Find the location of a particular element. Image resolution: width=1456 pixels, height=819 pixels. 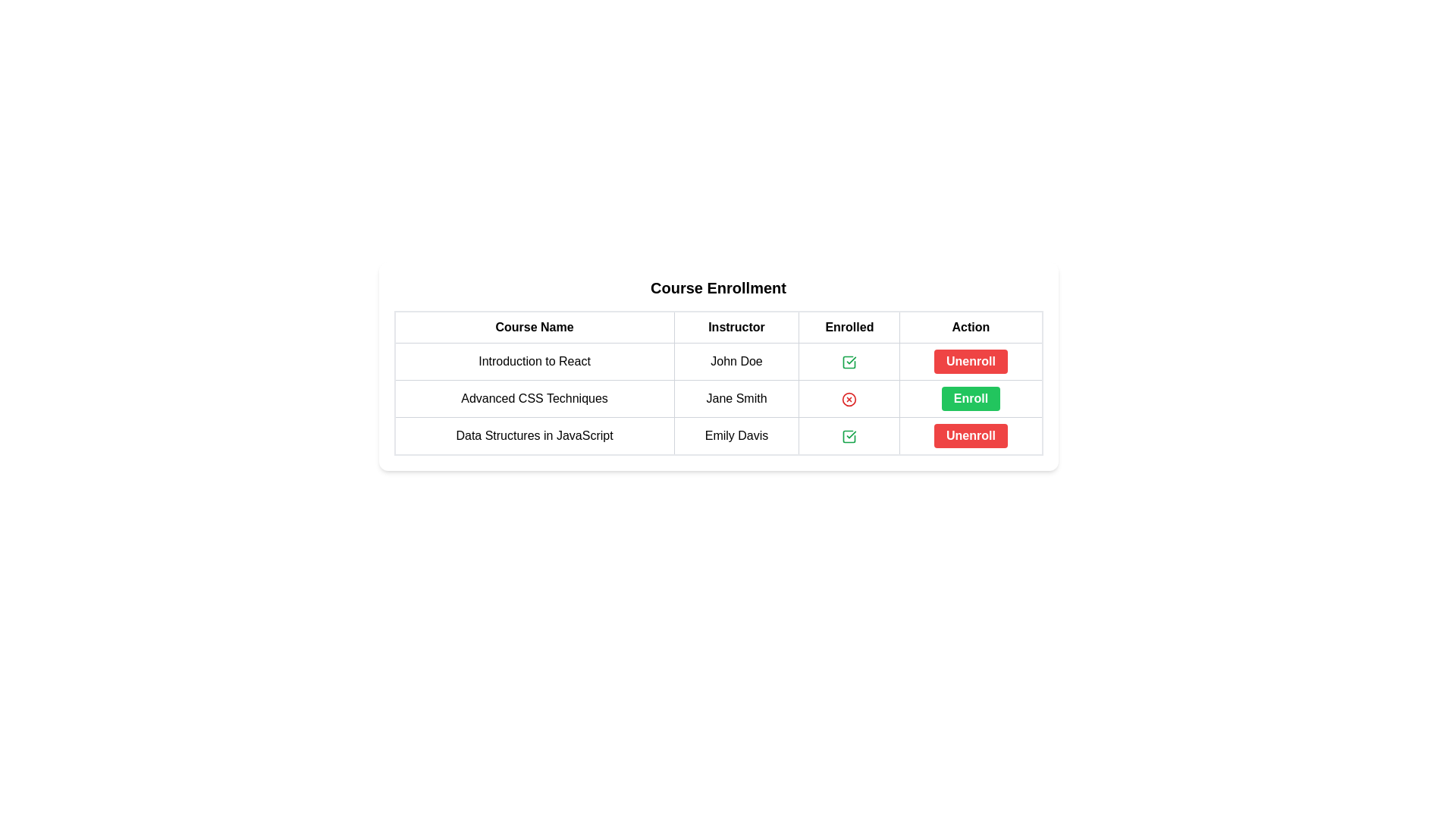

the 'Enrolled' table header, which is the third column header between 'Instructor' and 'Action' in the table layout is located at coordinates (849, 326).